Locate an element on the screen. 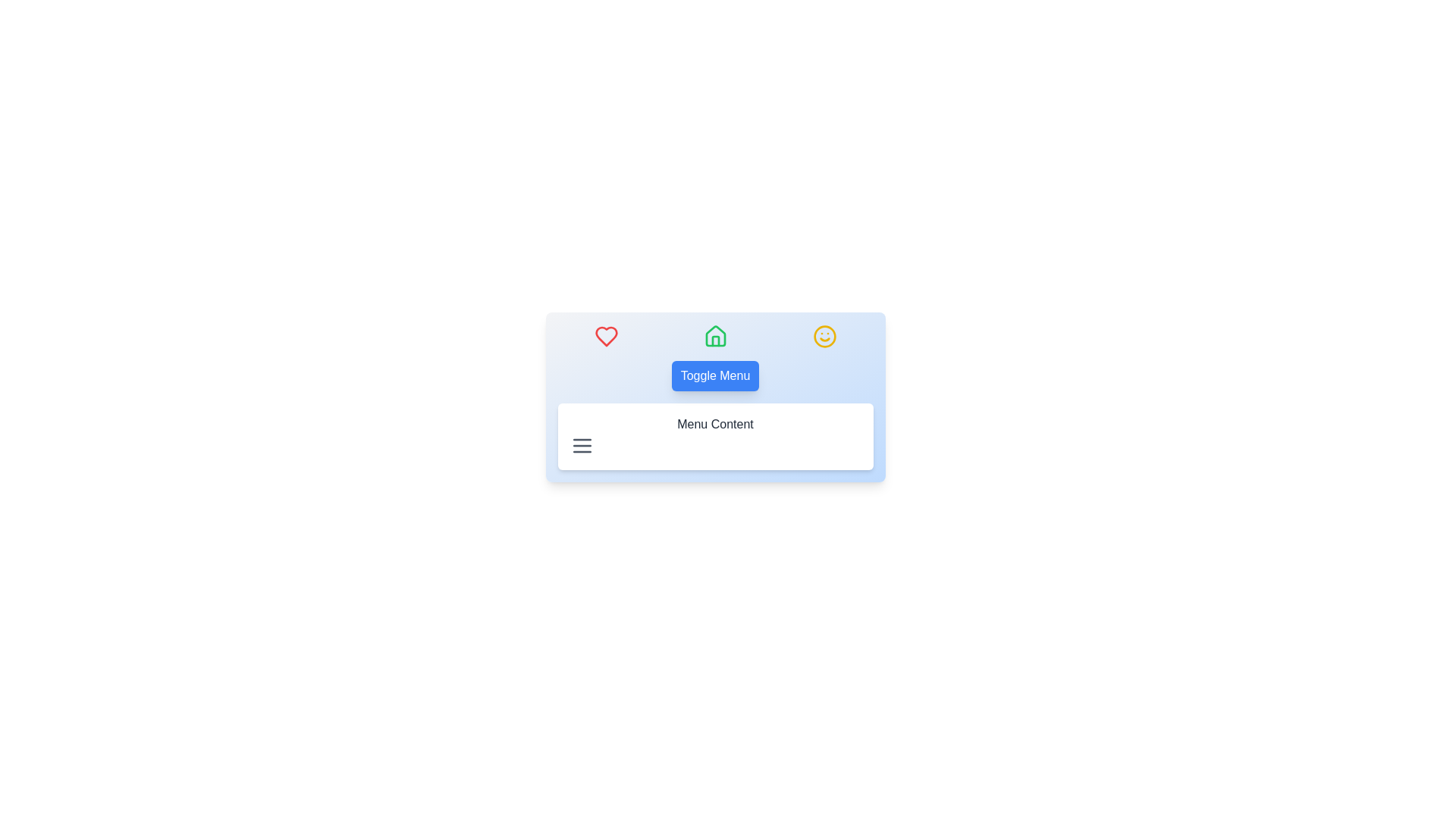  the gray three-line 'menu' icon located to the left of the 'Menu Content' label is located at coordinates (581, 444).